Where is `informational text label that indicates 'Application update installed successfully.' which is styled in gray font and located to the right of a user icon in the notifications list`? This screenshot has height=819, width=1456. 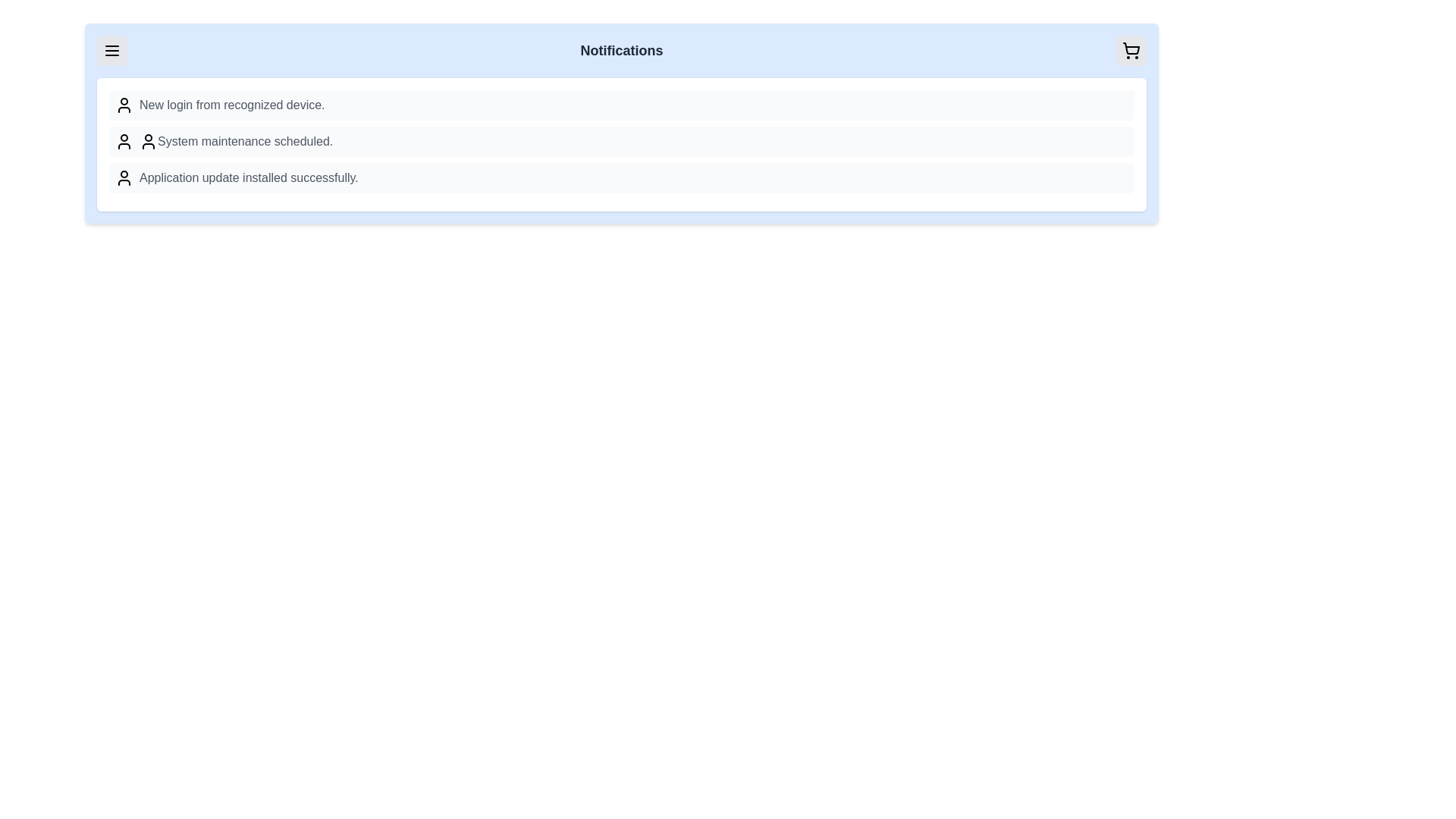 informational text label that indicates 'Application update installed successfully.' which is styled in gray font and located to the right of a user icon in the notifications list is located at coordinates (249, 177).